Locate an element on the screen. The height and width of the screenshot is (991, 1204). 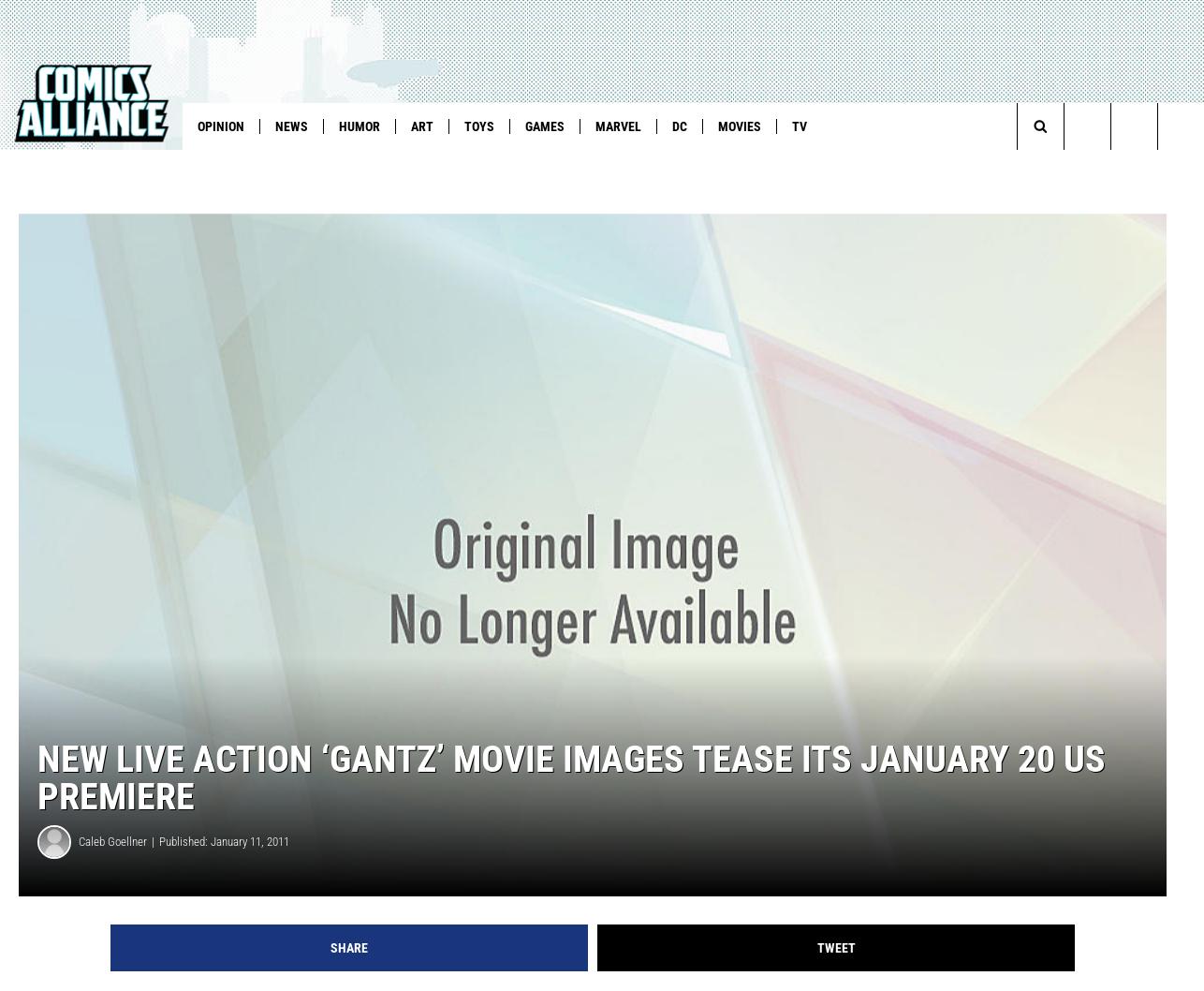
'Toys' is located at coordinates (477, 126).